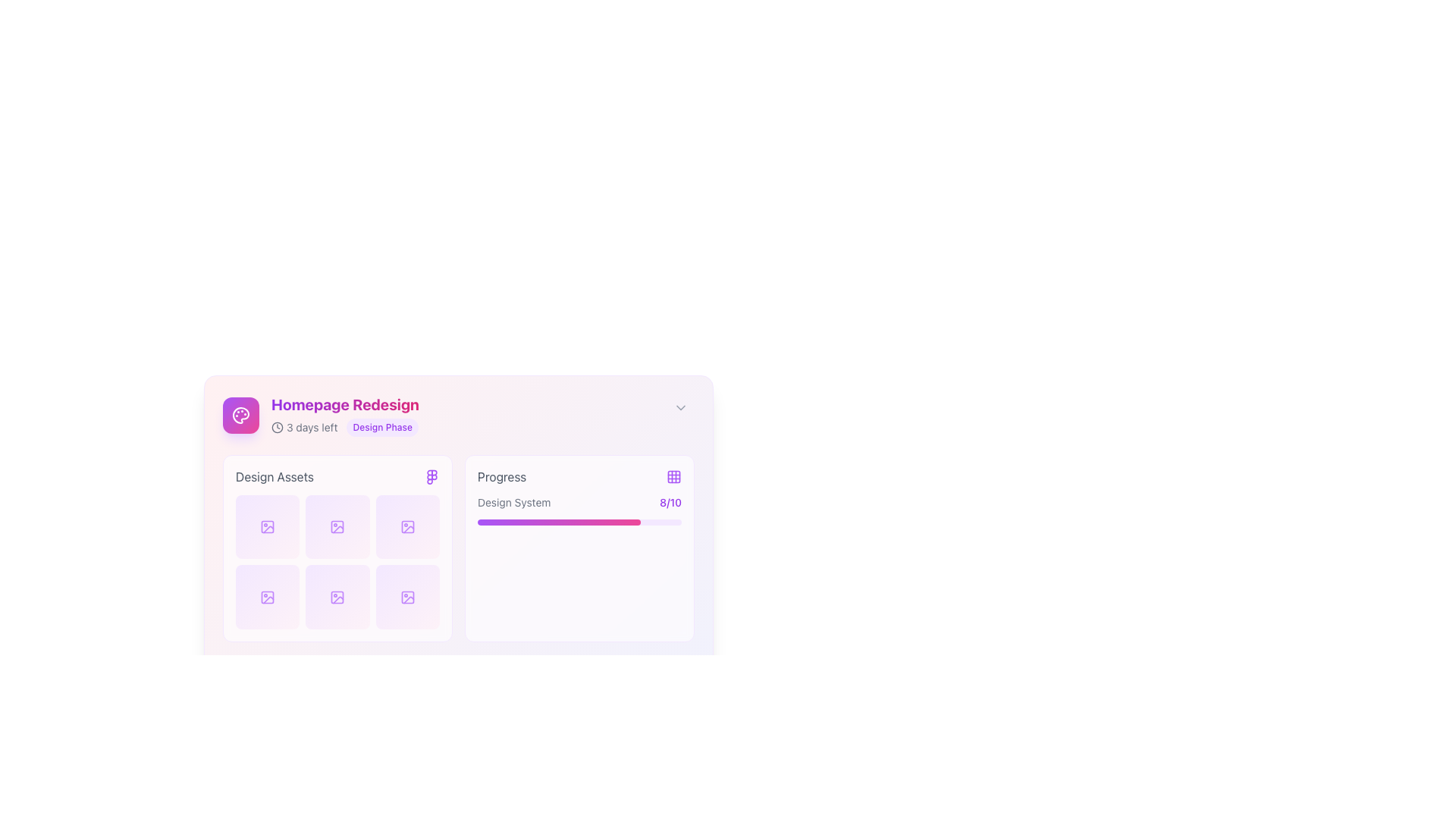 Image resolution: width=1456 pixels, height=819 pixels. I want to click on the center of the rounded rectangle icon in the Design Assets section, so click(337, 526).